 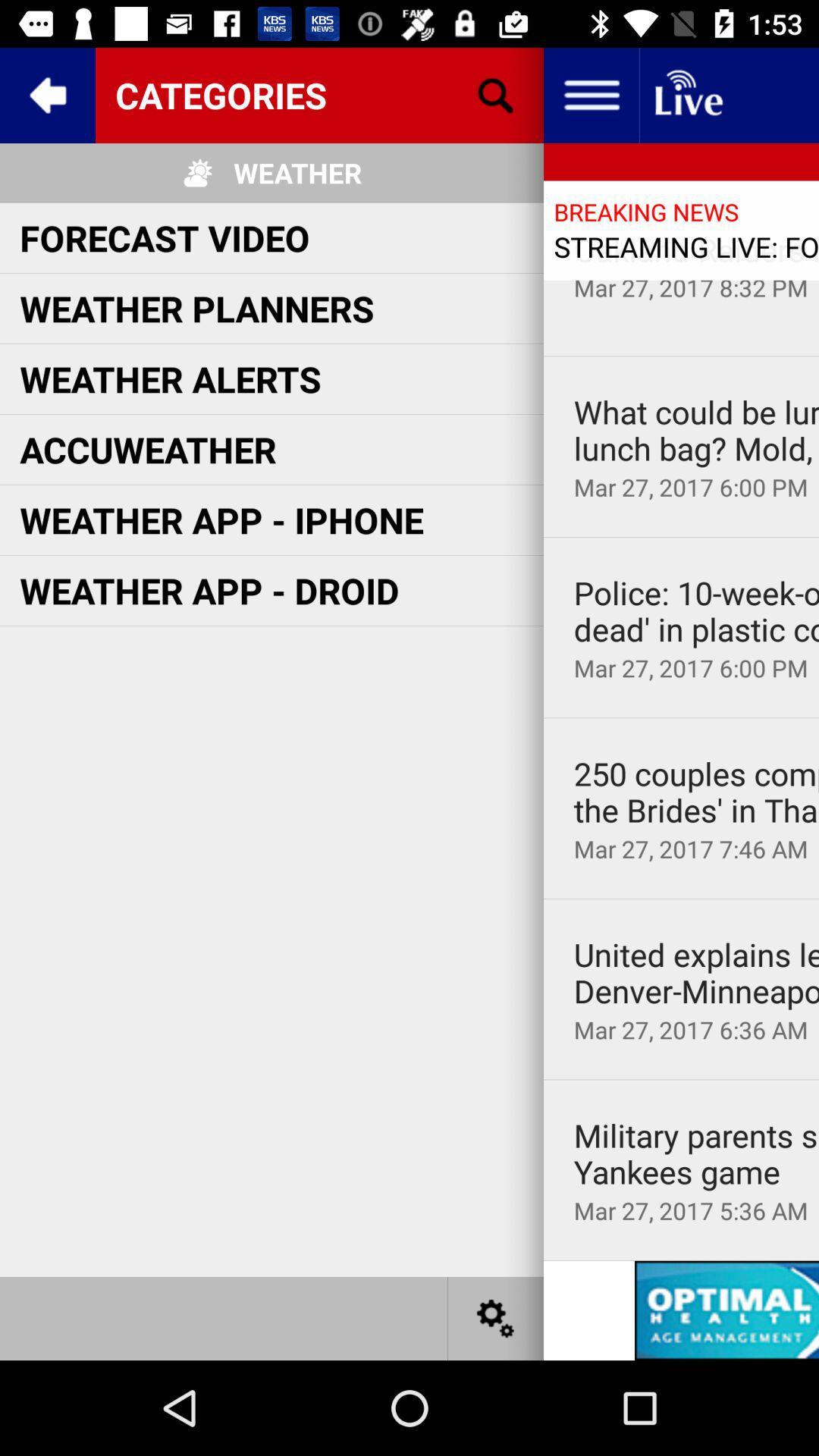 I want to click on the icon below mar 27 2017 app, so click(x=680, y=717).